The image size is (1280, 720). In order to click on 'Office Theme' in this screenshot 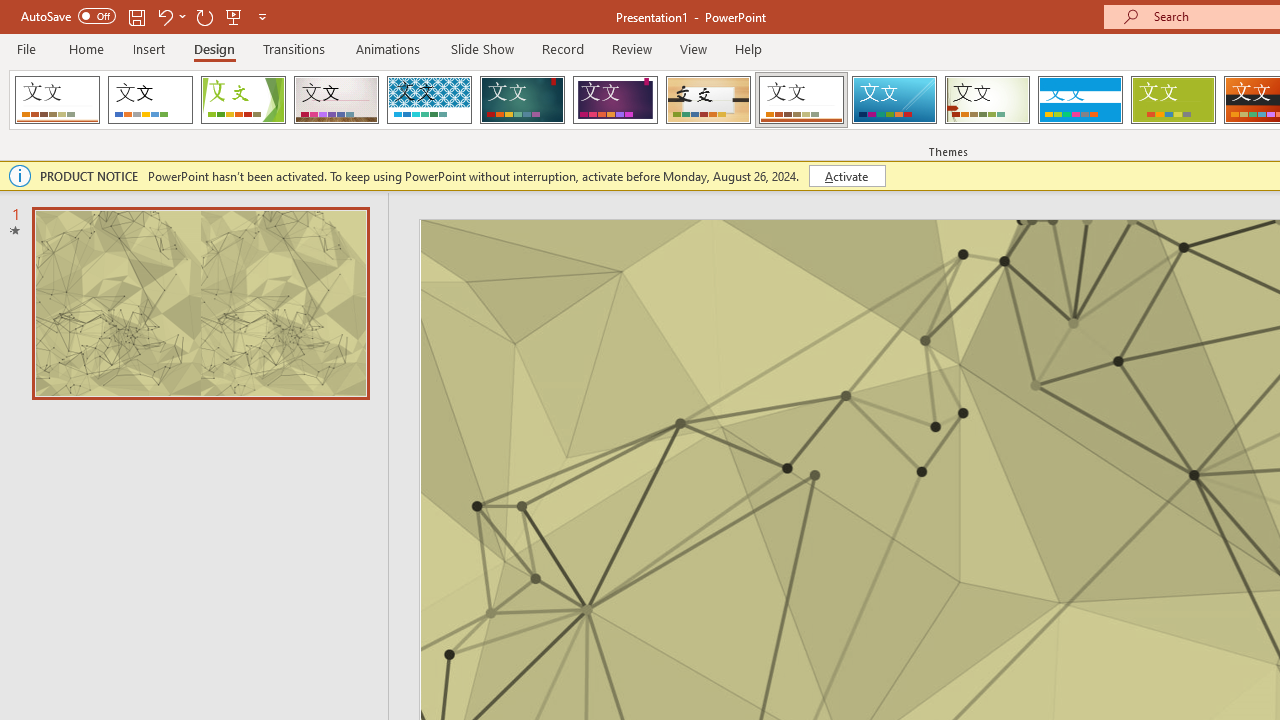, I will do `click(149, 100)`.